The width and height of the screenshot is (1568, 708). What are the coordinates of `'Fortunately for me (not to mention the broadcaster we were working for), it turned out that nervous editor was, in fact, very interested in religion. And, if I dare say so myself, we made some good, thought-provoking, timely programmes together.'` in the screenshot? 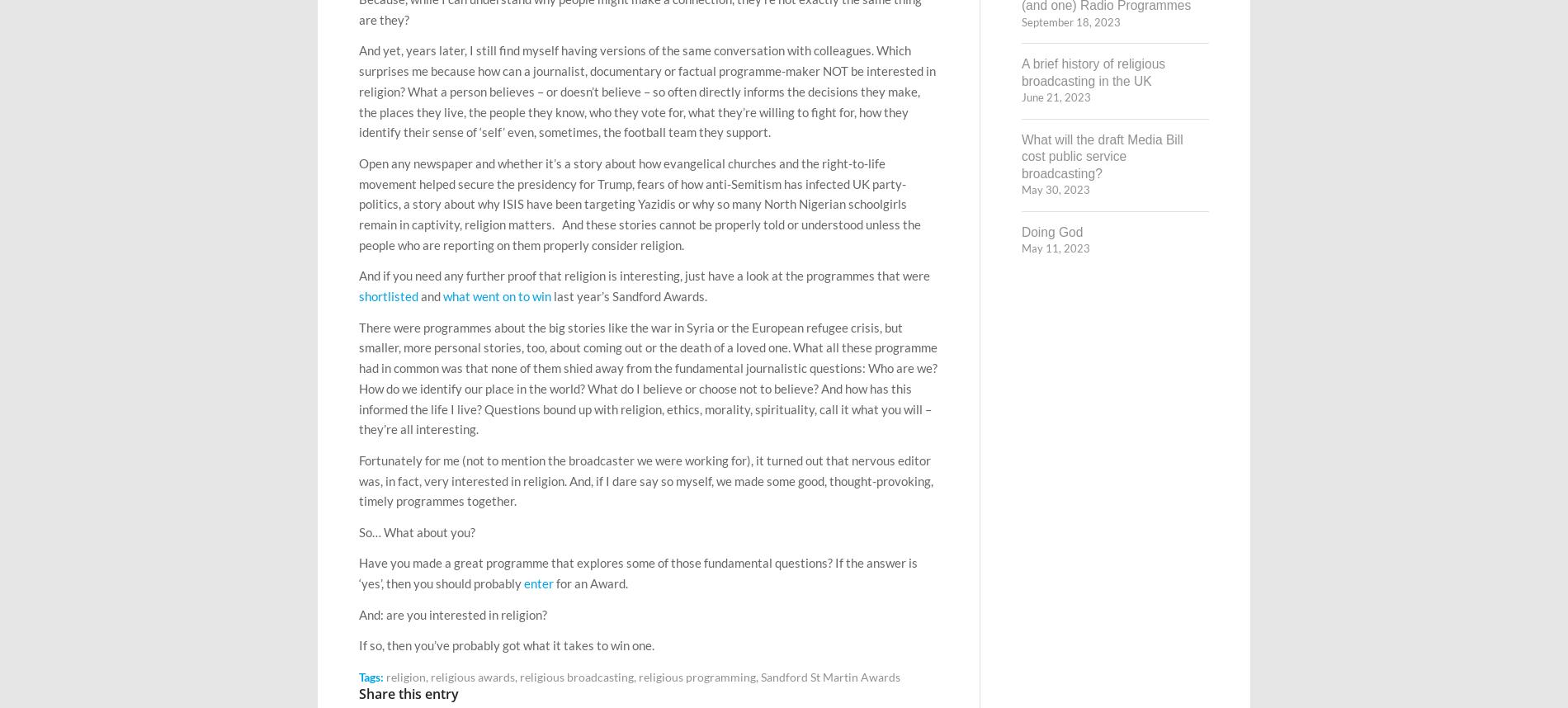 It's located at (645, 479).